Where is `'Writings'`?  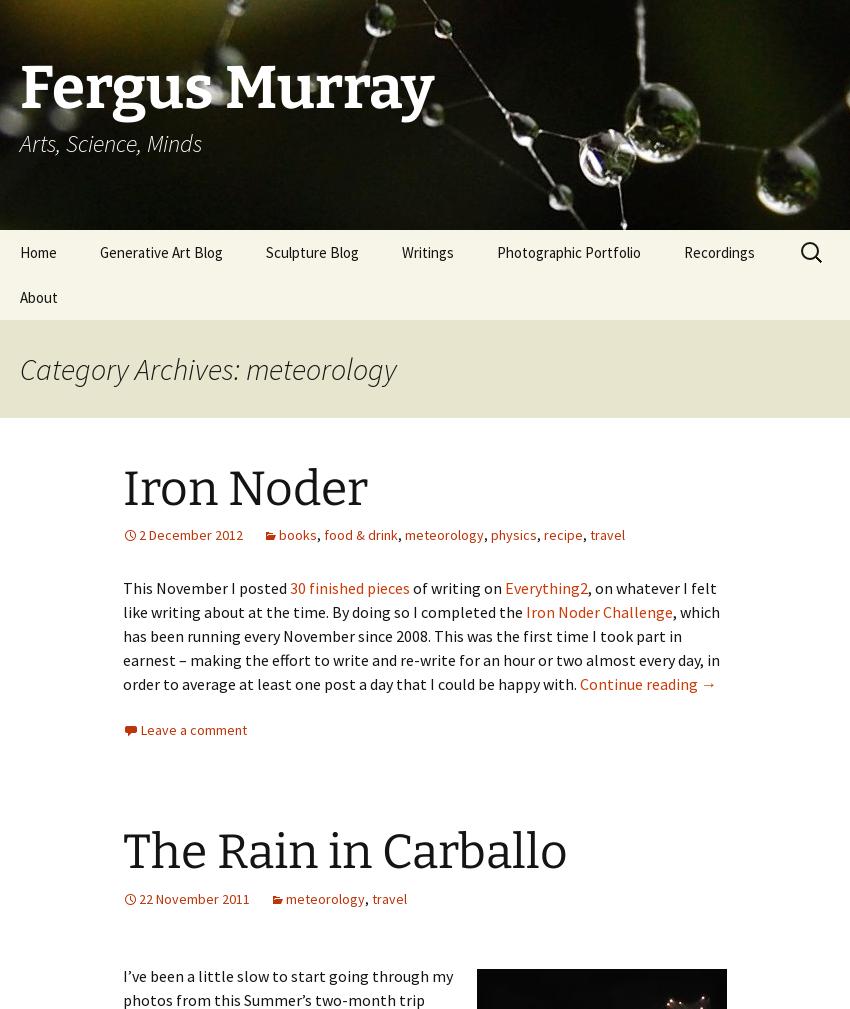
'Writings' is located at coordinates (426, 251).